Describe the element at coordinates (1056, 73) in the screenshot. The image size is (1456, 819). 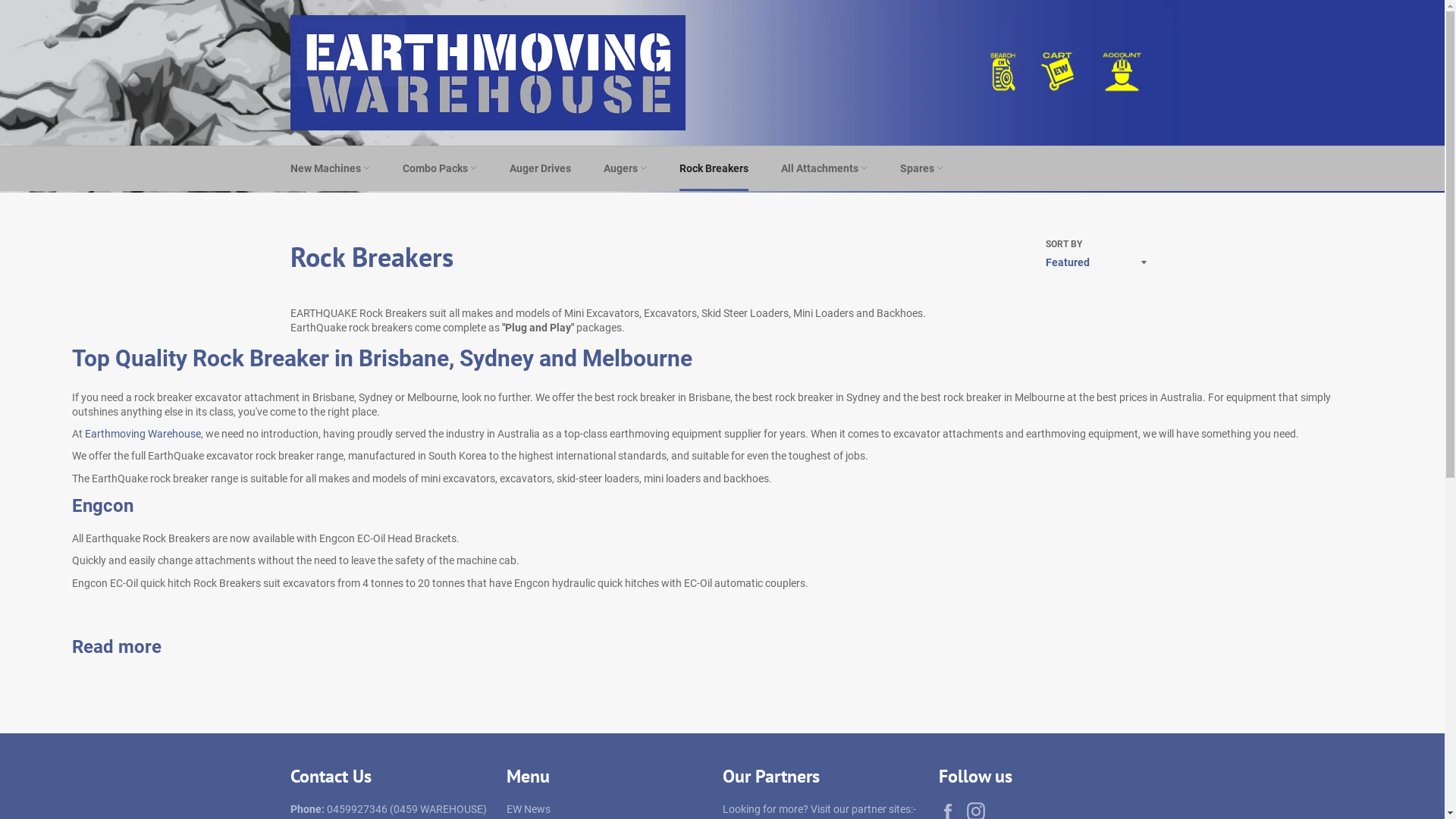
I see `'Cart'` at that location.